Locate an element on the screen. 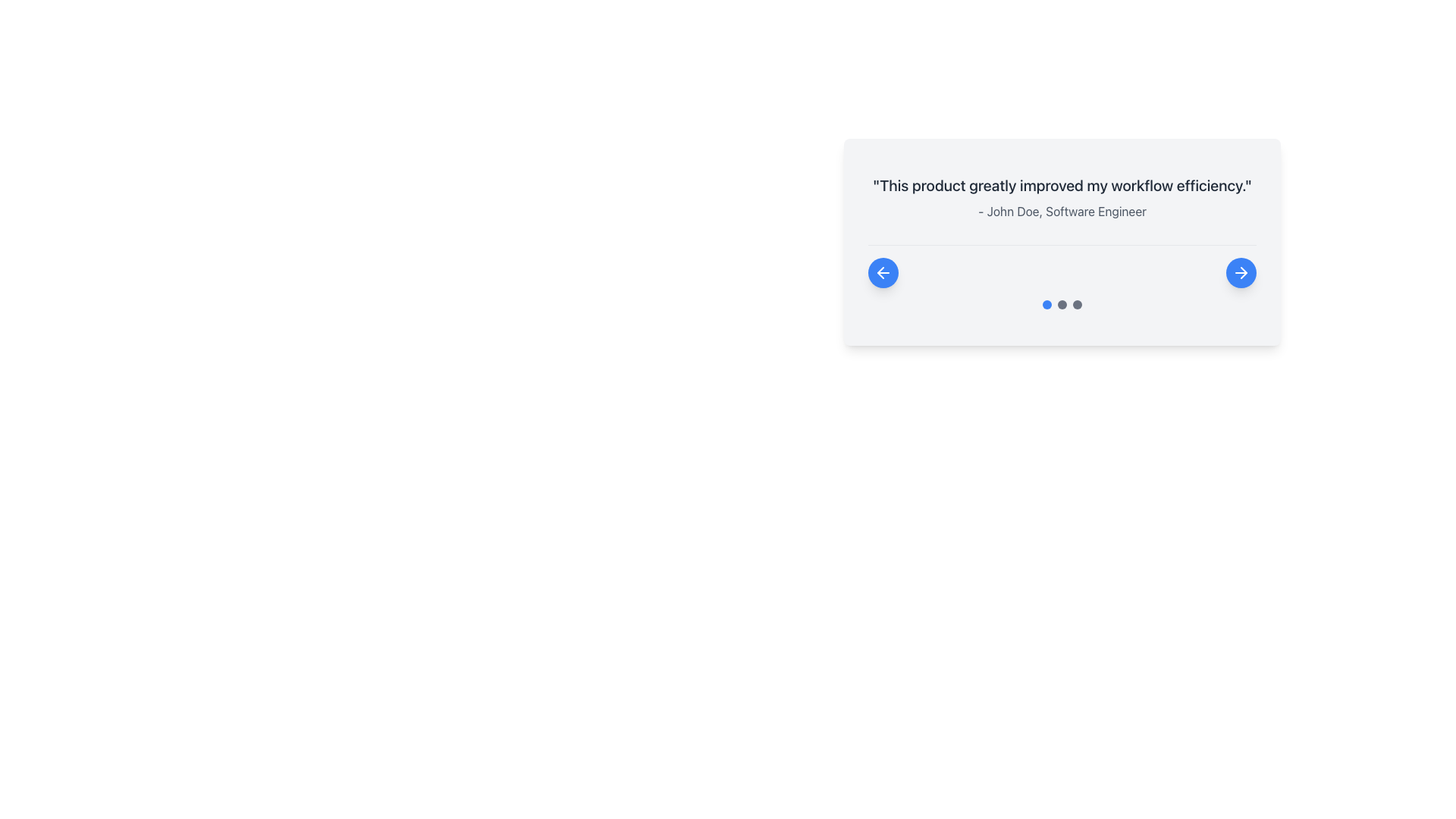 Image resolution: width=1456 pixels, height=819 pixels. the Carousel Indicator circles located at the bottom section of the testimonial card, which includes three small circle indicators with the first being blue (active) and the others gray (inactive) is located at coordinates (1062, 304).